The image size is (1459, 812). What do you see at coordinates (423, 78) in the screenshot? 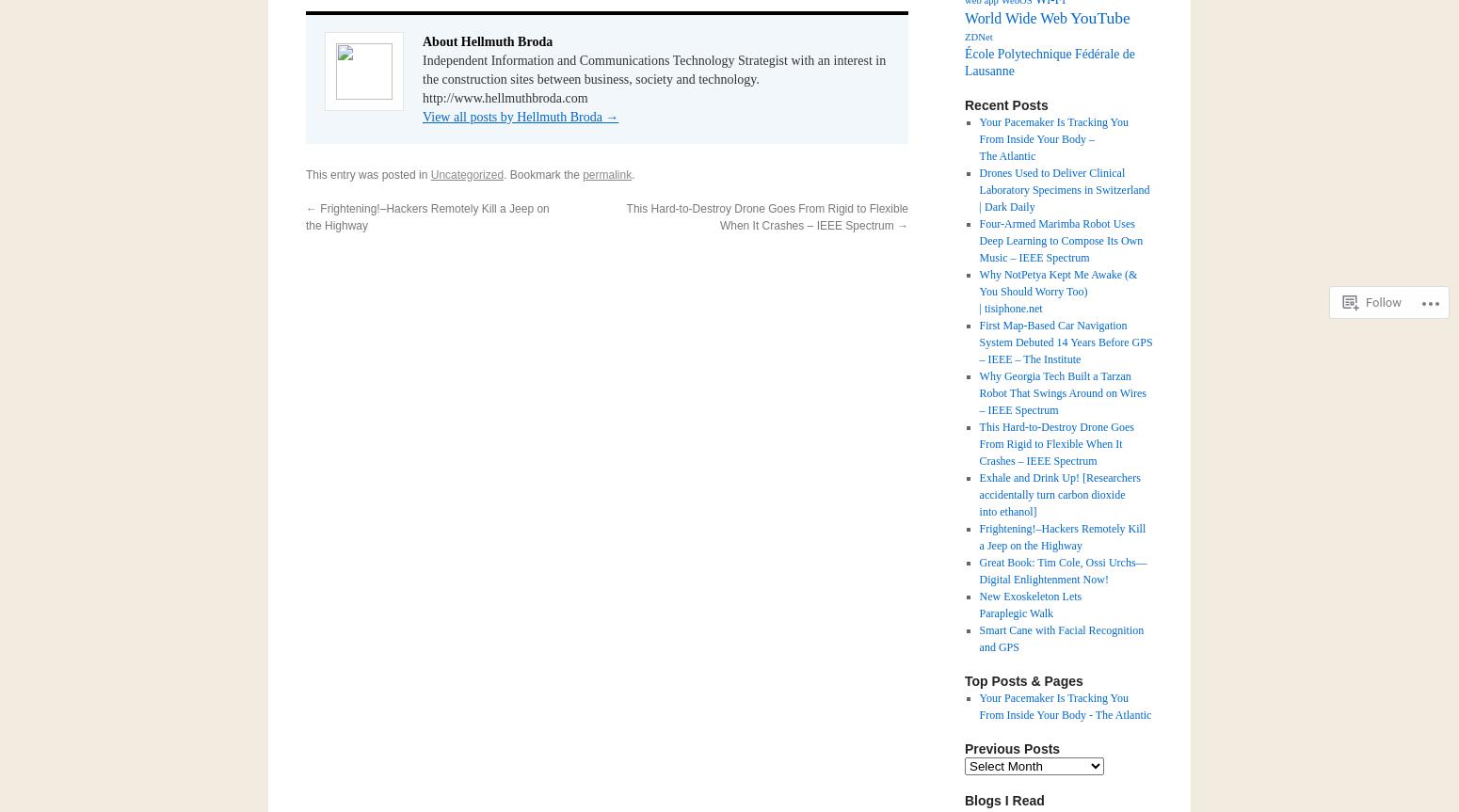
I see `'Independent Information and Communications Technology Strategist with an interest in the construction sites between business, society and technology. http://www.hellmuthbroda.com'` at bounding box center [423, 78].